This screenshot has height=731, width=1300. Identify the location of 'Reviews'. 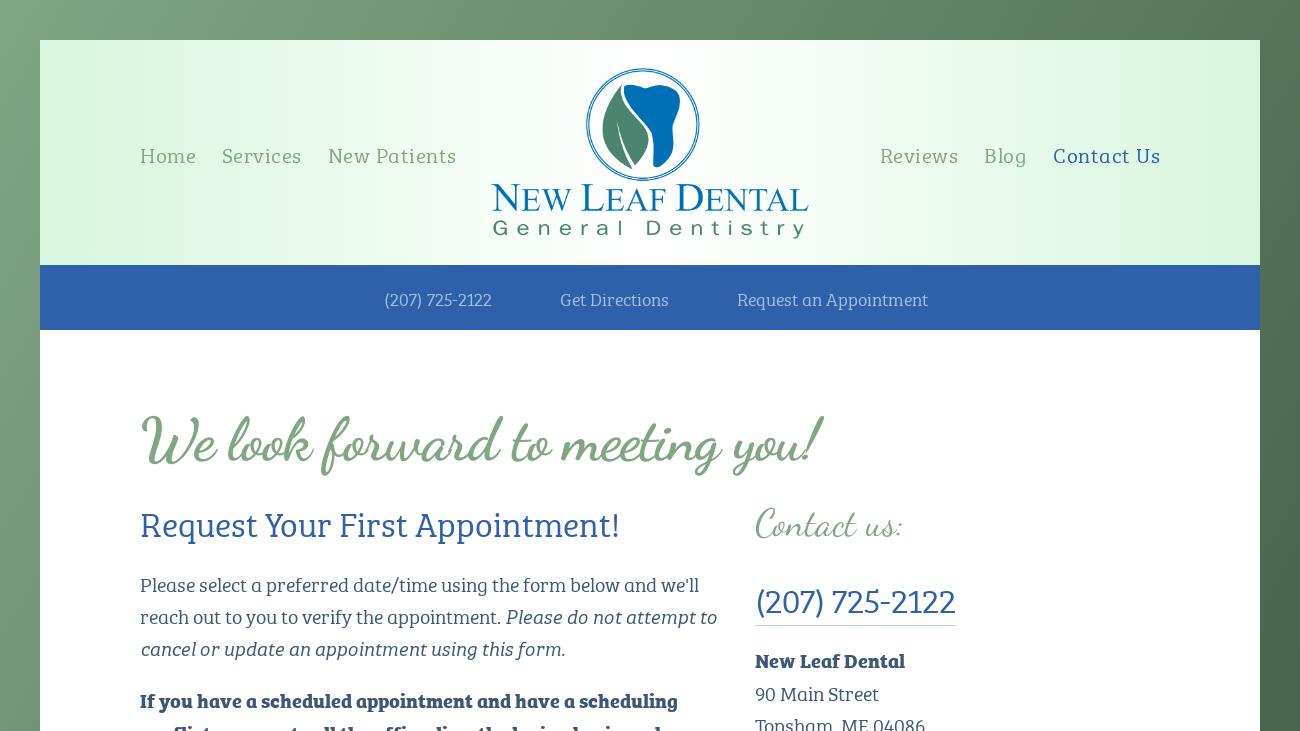
(917, 152).